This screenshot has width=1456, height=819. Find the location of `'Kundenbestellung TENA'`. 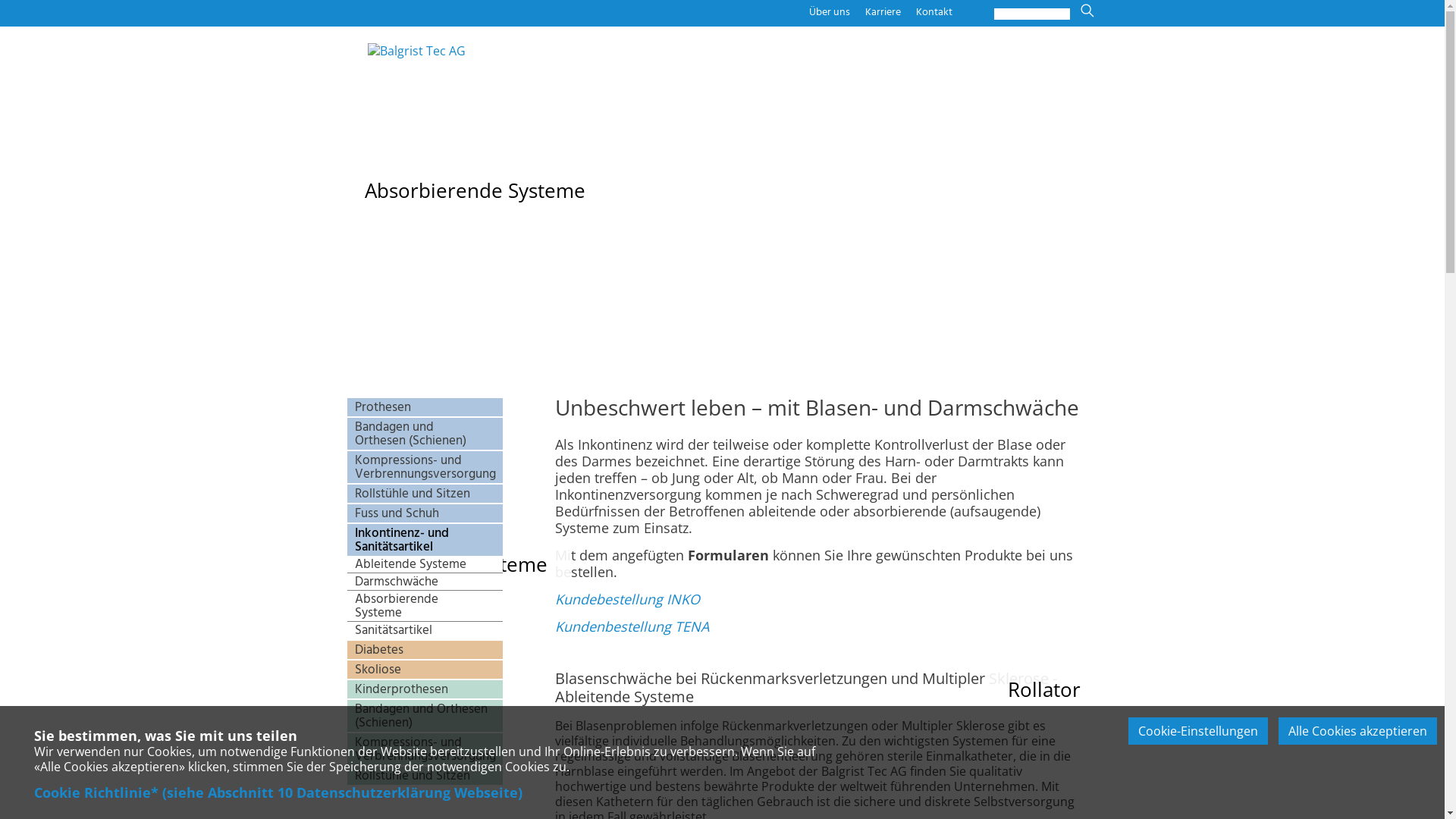

'Kundenbestellung TENA' is located at coordinates (632, 626).